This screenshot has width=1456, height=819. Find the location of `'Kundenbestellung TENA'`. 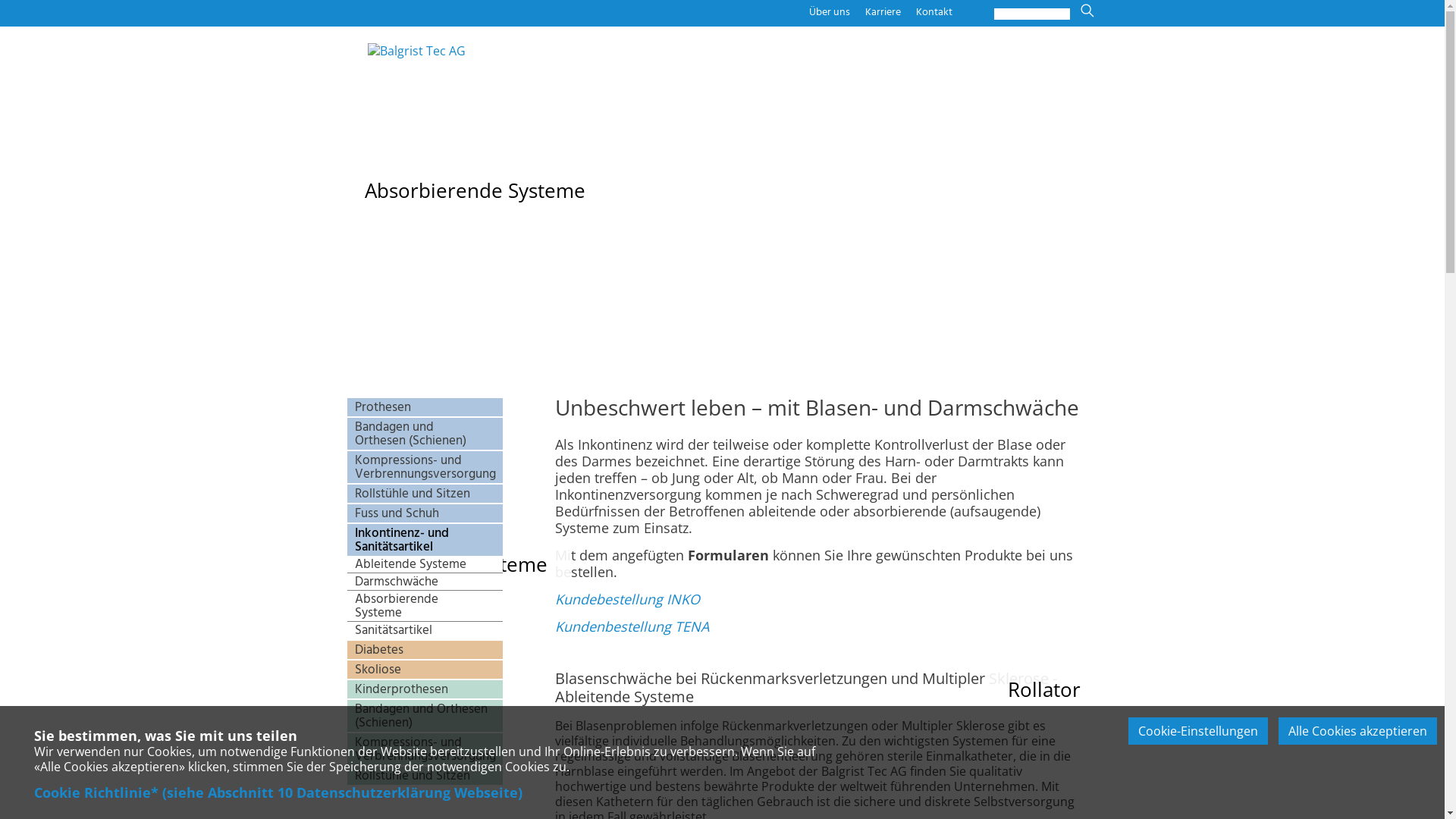

'Kundenbestellung TENA' is located at coordinates (632, 626).